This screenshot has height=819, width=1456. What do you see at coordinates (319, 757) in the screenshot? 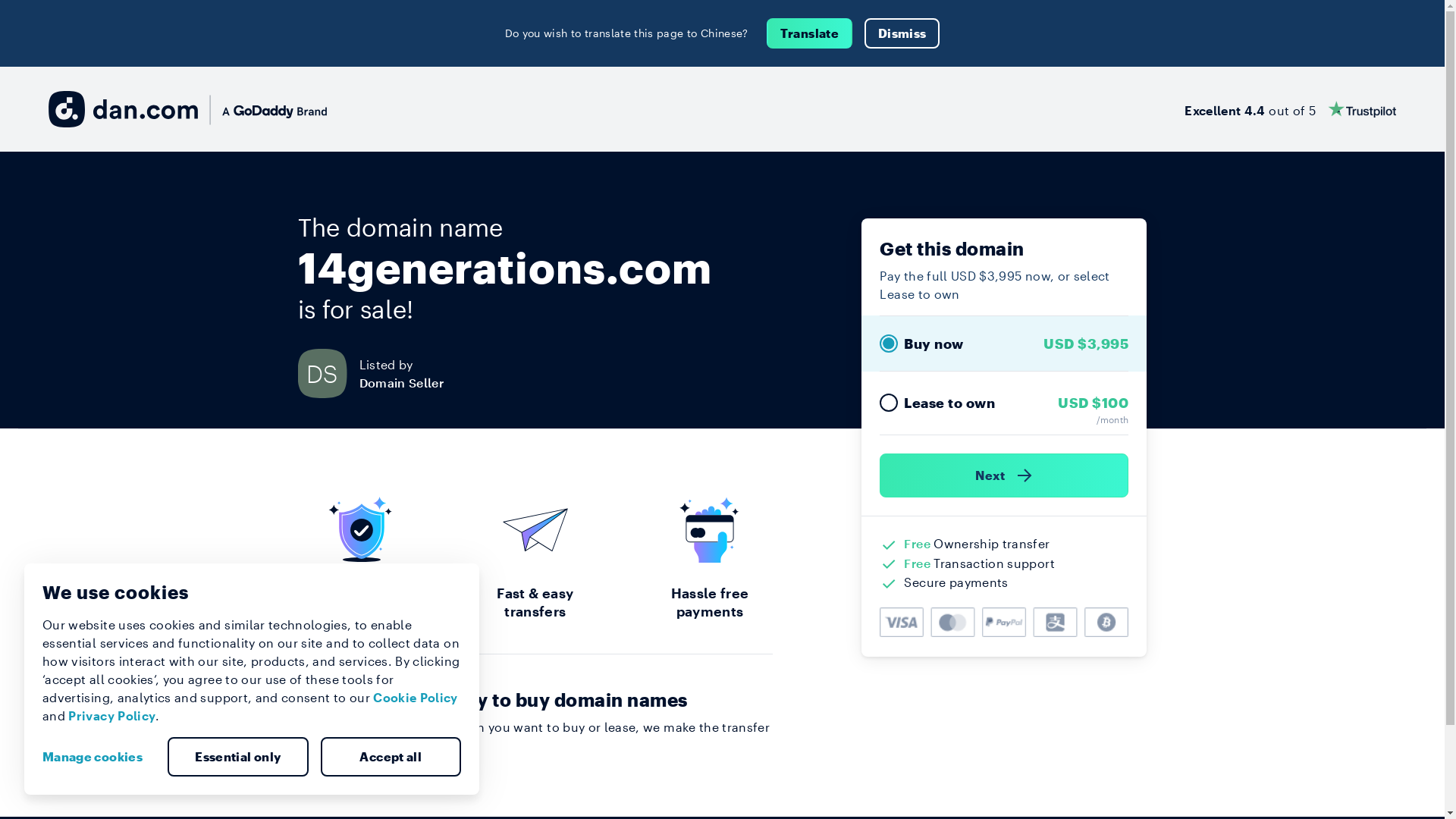
I see `'Accept all'` at bounding box center [319, 757].